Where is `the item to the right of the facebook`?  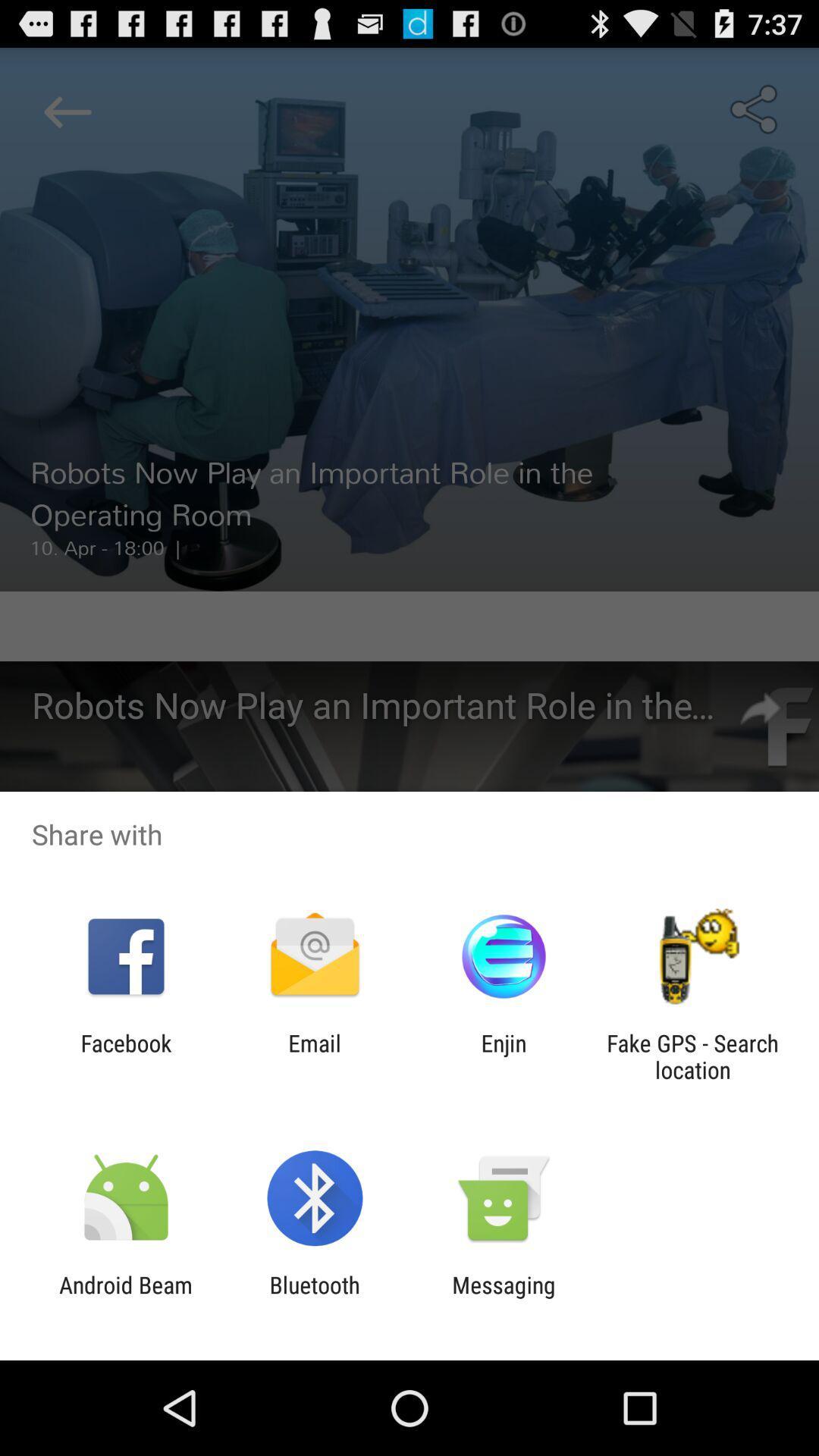
the item to the right of the facebook is located at coordinates (314, 1056).